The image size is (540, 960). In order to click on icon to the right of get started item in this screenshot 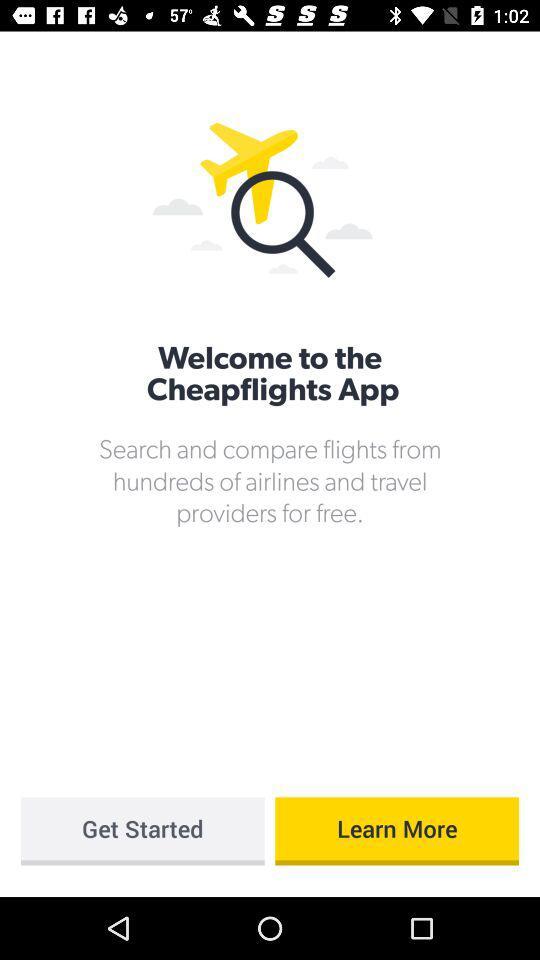, I will do `click(397, 831)`.